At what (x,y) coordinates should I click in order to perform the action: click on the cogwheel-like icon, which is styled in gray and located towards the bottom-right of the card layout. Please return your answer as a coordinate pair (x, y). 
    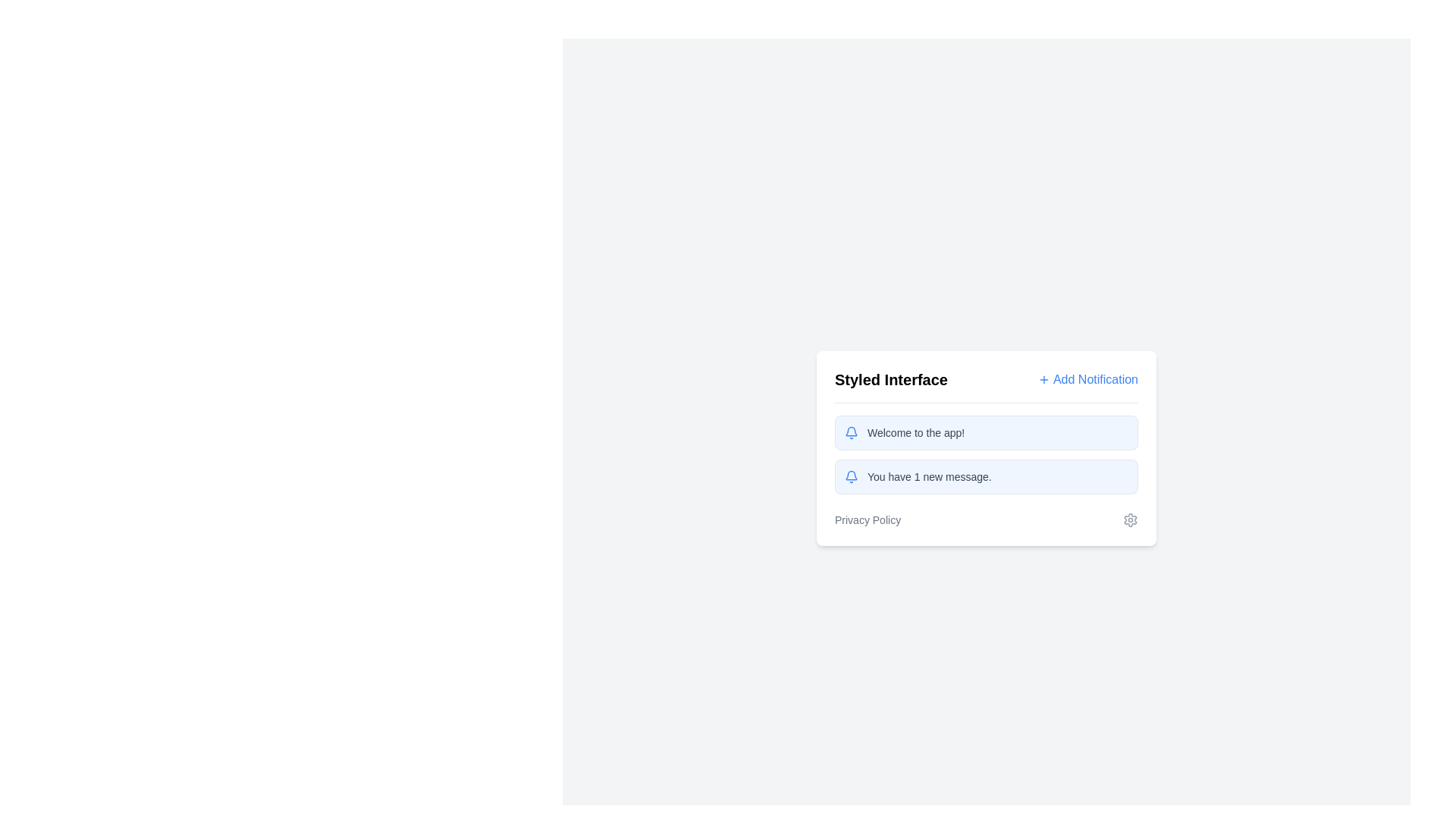
    Looking at the image, I should click on (1131, 519).